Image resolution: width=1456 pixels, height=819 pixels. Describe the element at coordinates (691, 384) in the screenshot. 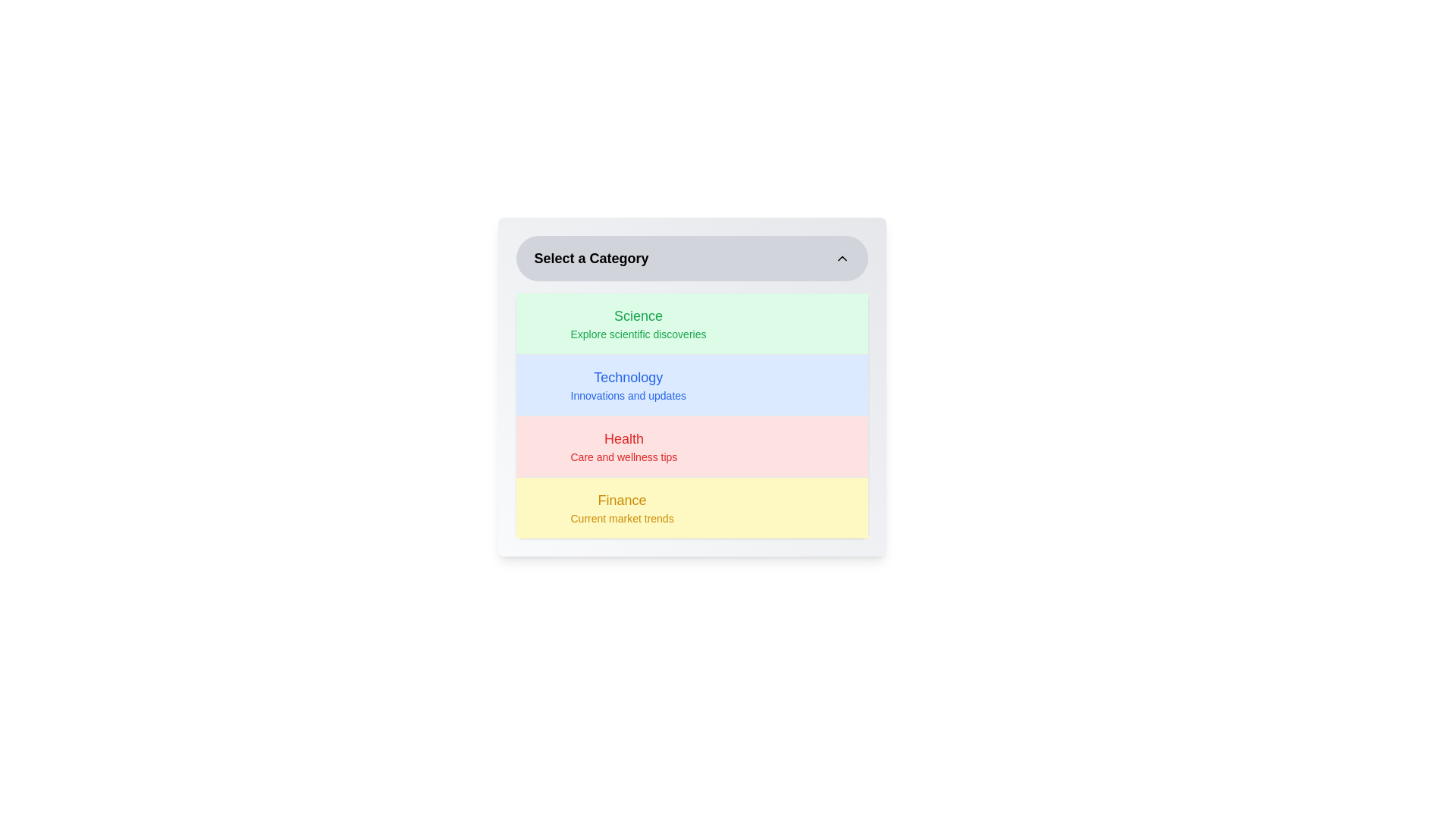

I see `the category Technology from the list` at that location.